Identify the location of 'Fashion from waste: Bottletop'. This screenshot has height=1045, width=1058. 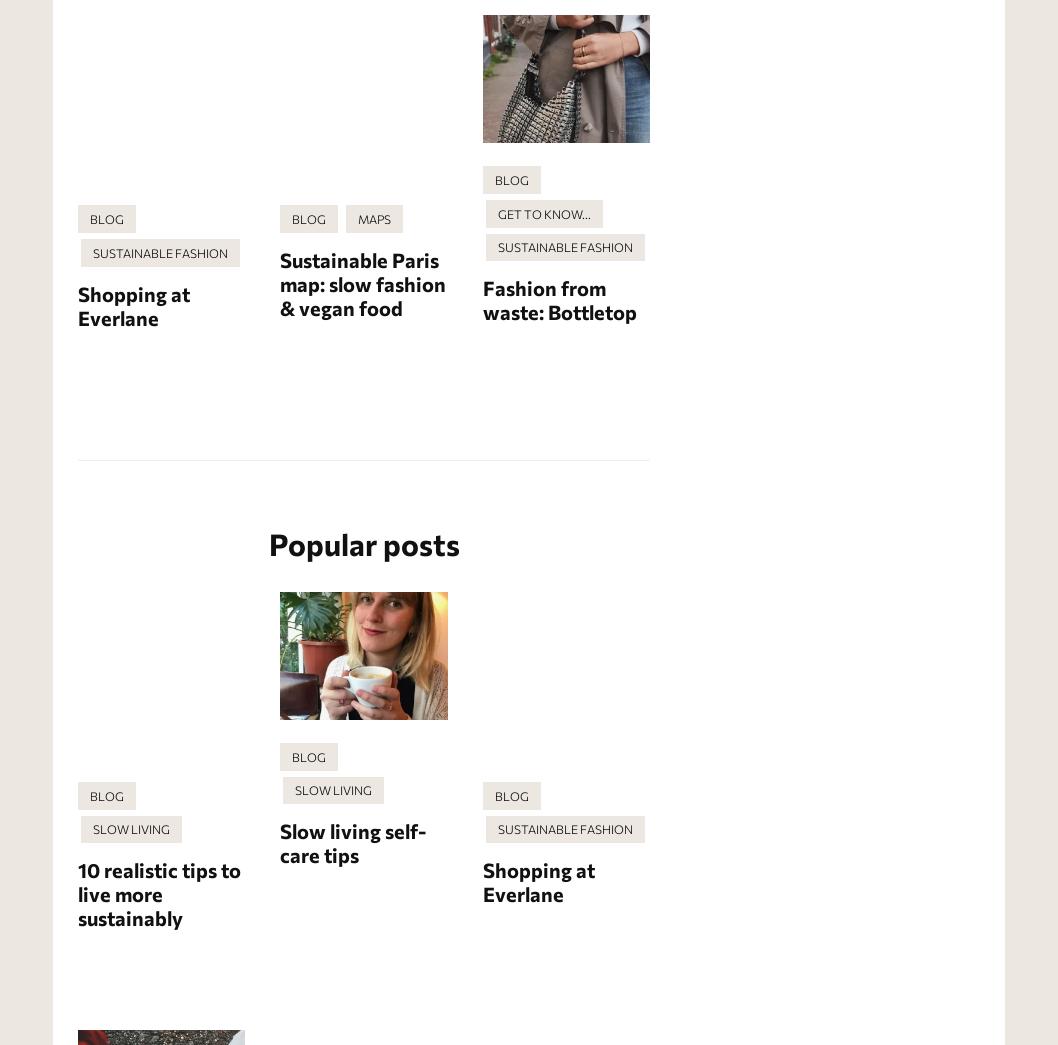
(559, 300).